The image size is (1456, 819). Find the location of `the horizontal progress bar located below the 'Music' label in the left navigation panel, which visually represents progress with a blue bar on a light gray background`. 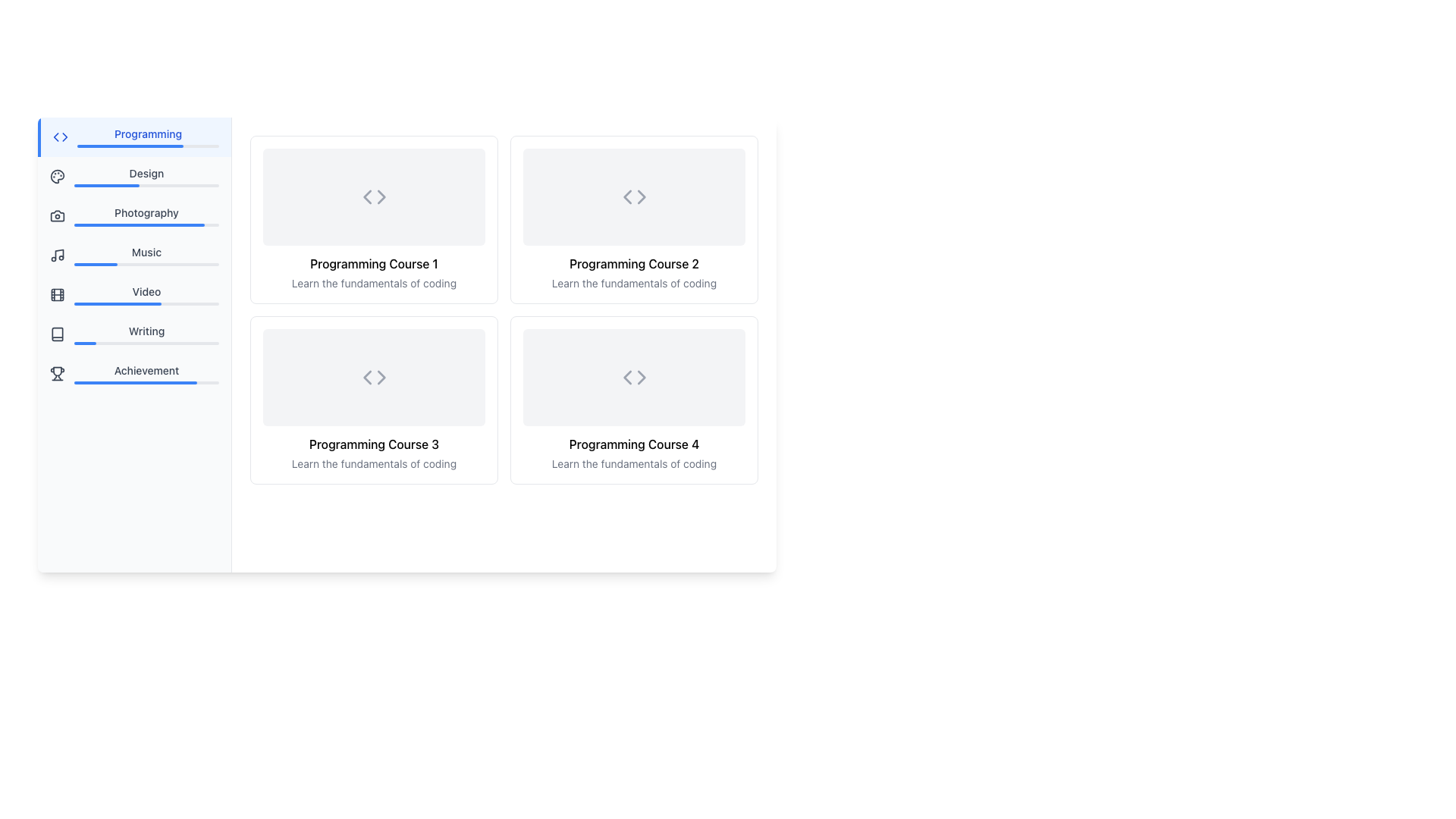

the horizontal progress bar located below the 'Music' label in the left navigation panel, which visually represents progress with a blue bar on a light gray background is located at coordinates (146, 263).